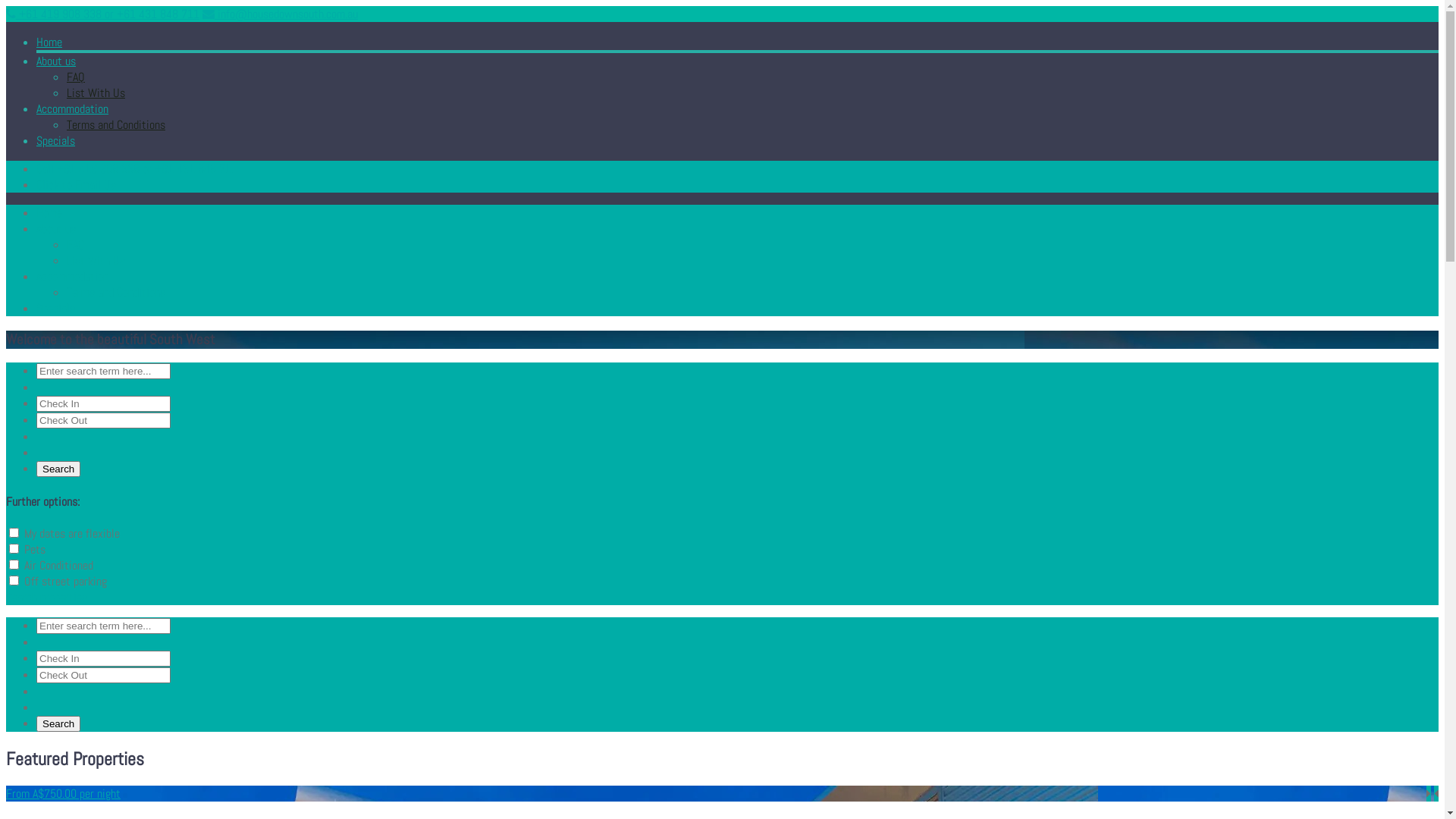  Describe the element at coordinates (49, 41) in the screenshot. I see `'Home'` at that location.